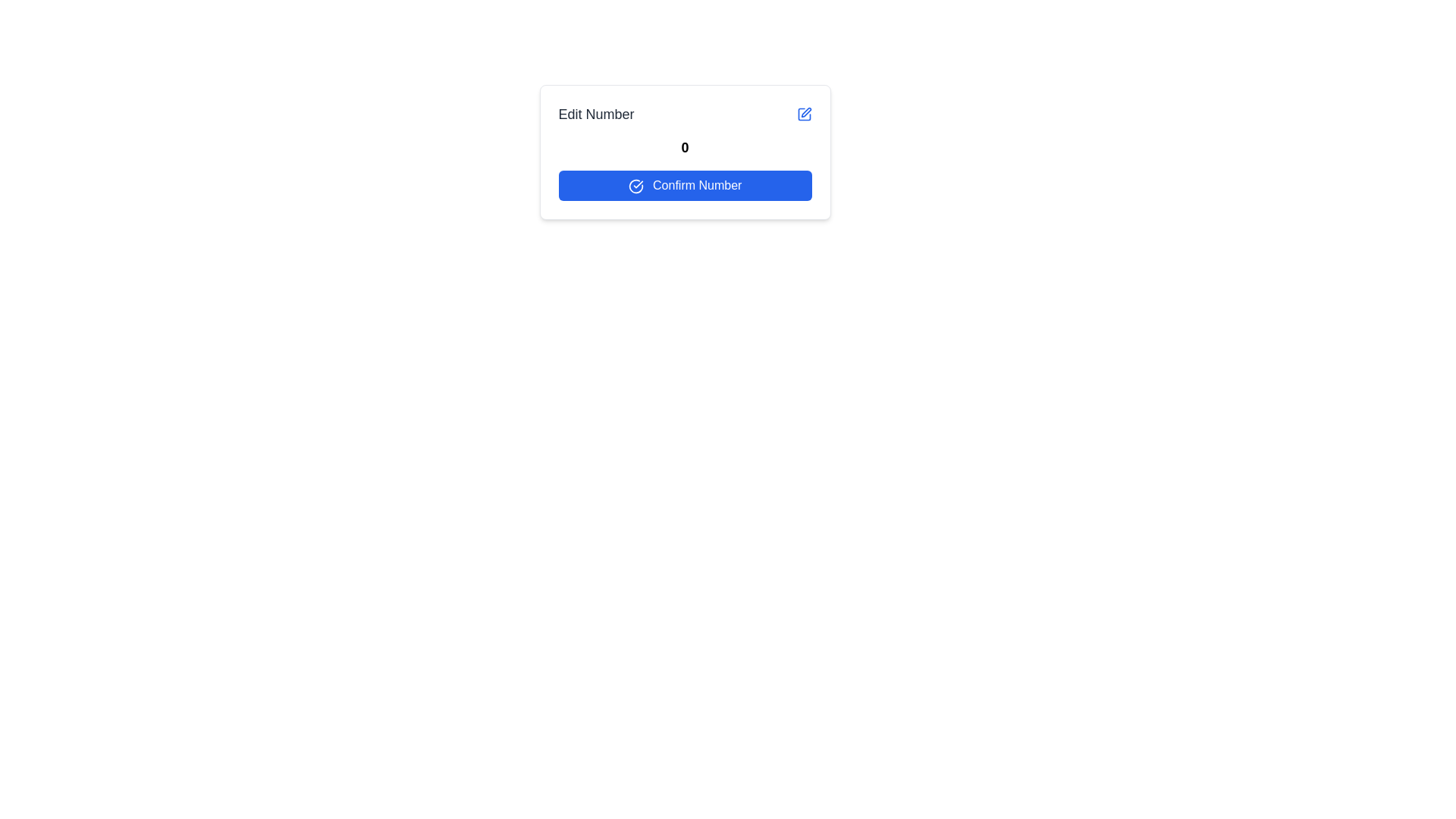 The image size is (1456, 819). What do you see at coordinates (803, 113) in the screenshot?
I see `the interactive icon button located at the top-right corner of the 'Edit Number' card` at bounding box center [803, 113].